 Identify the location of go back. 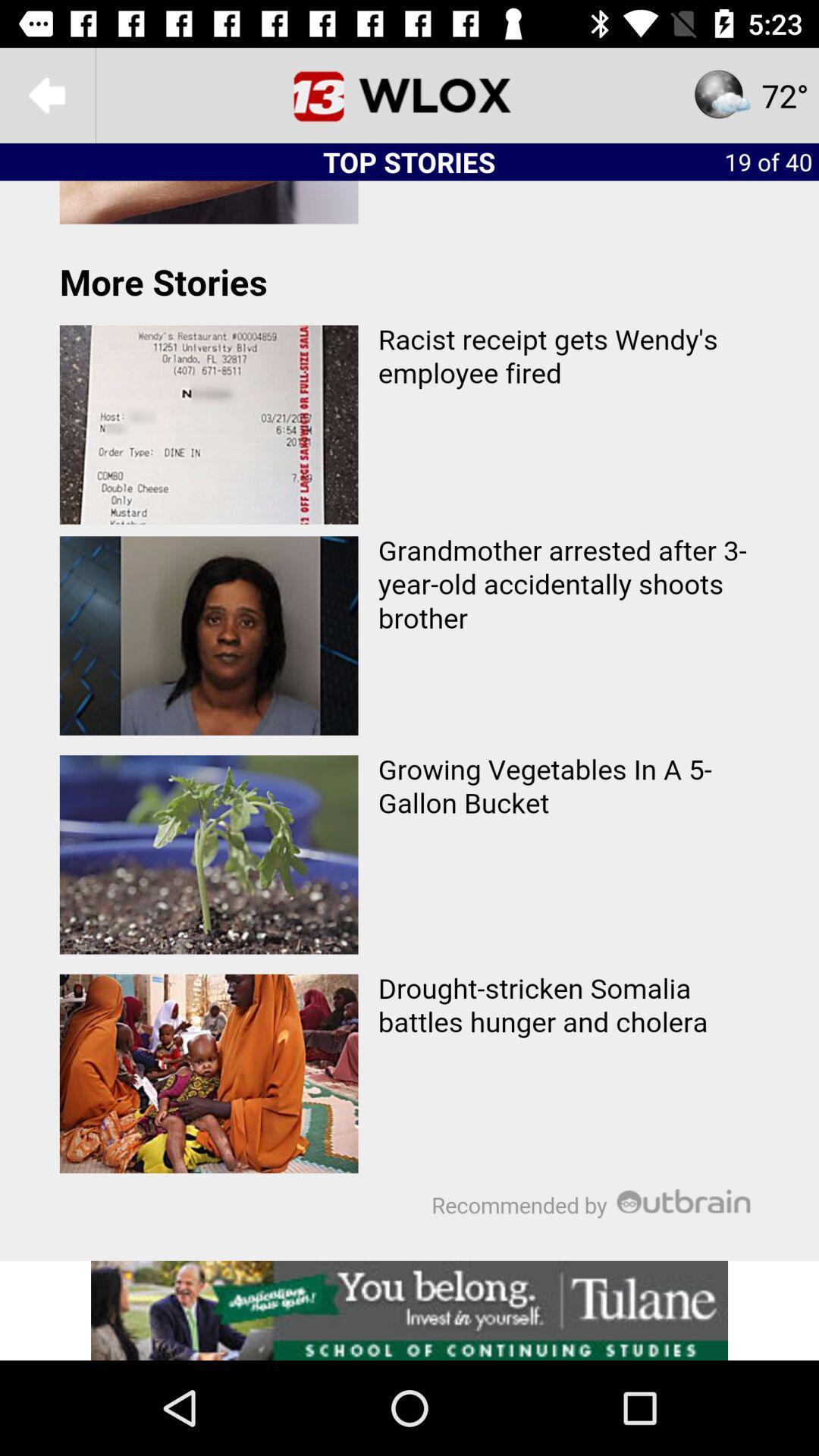
(46, 94).